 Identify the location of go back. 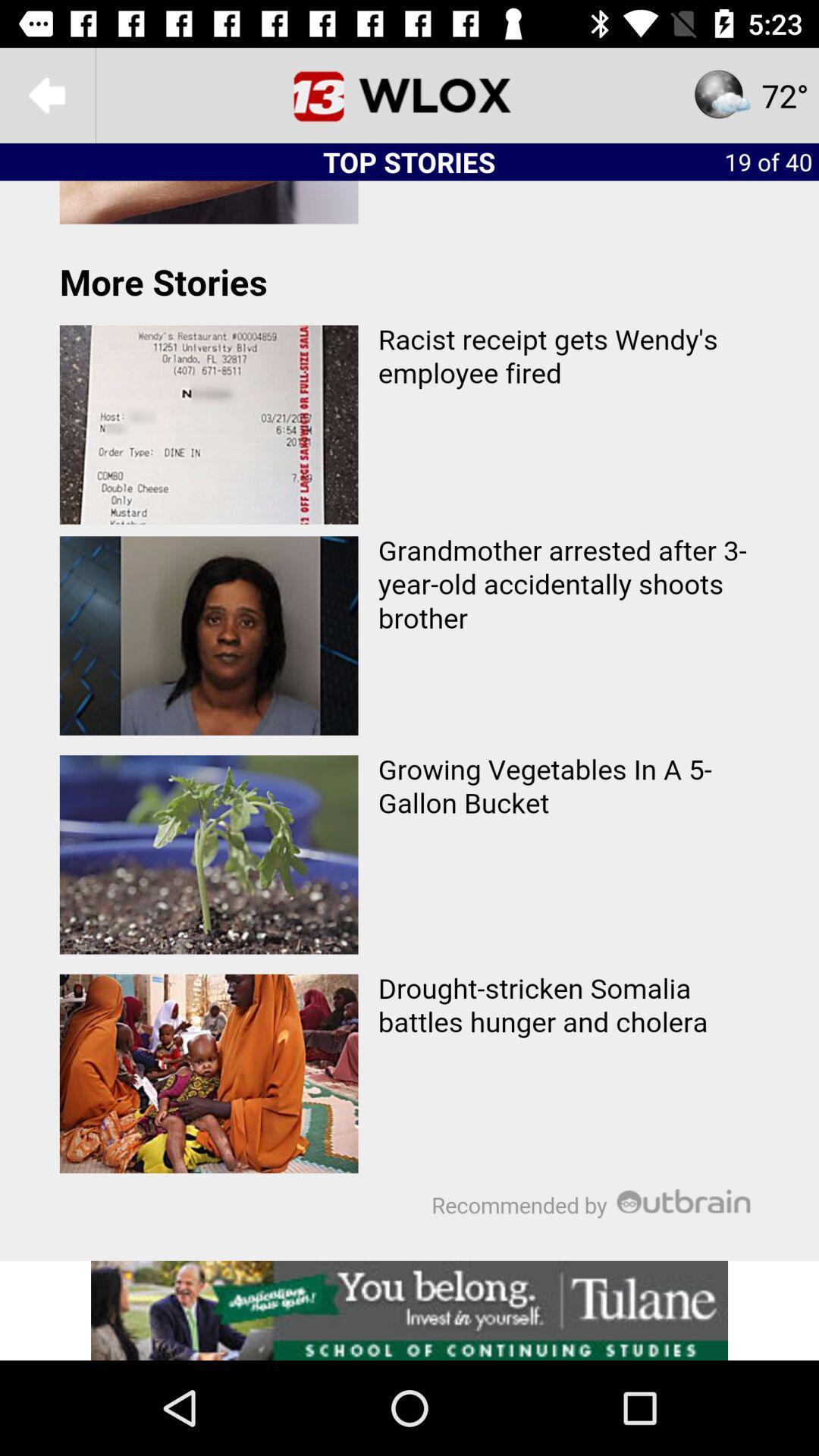
(46, 94).